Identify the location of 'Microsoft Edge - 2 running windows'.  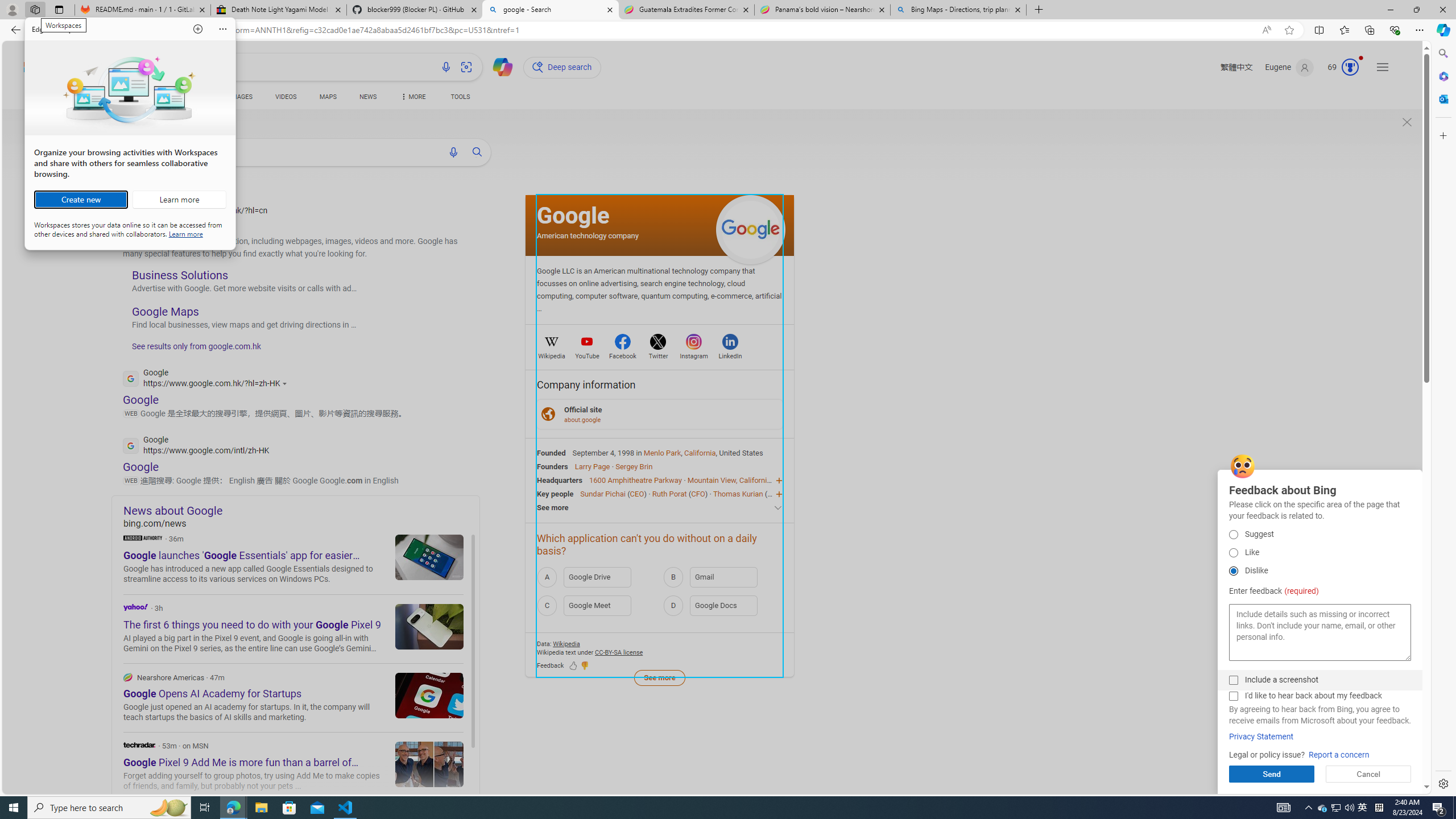
(233, 806).